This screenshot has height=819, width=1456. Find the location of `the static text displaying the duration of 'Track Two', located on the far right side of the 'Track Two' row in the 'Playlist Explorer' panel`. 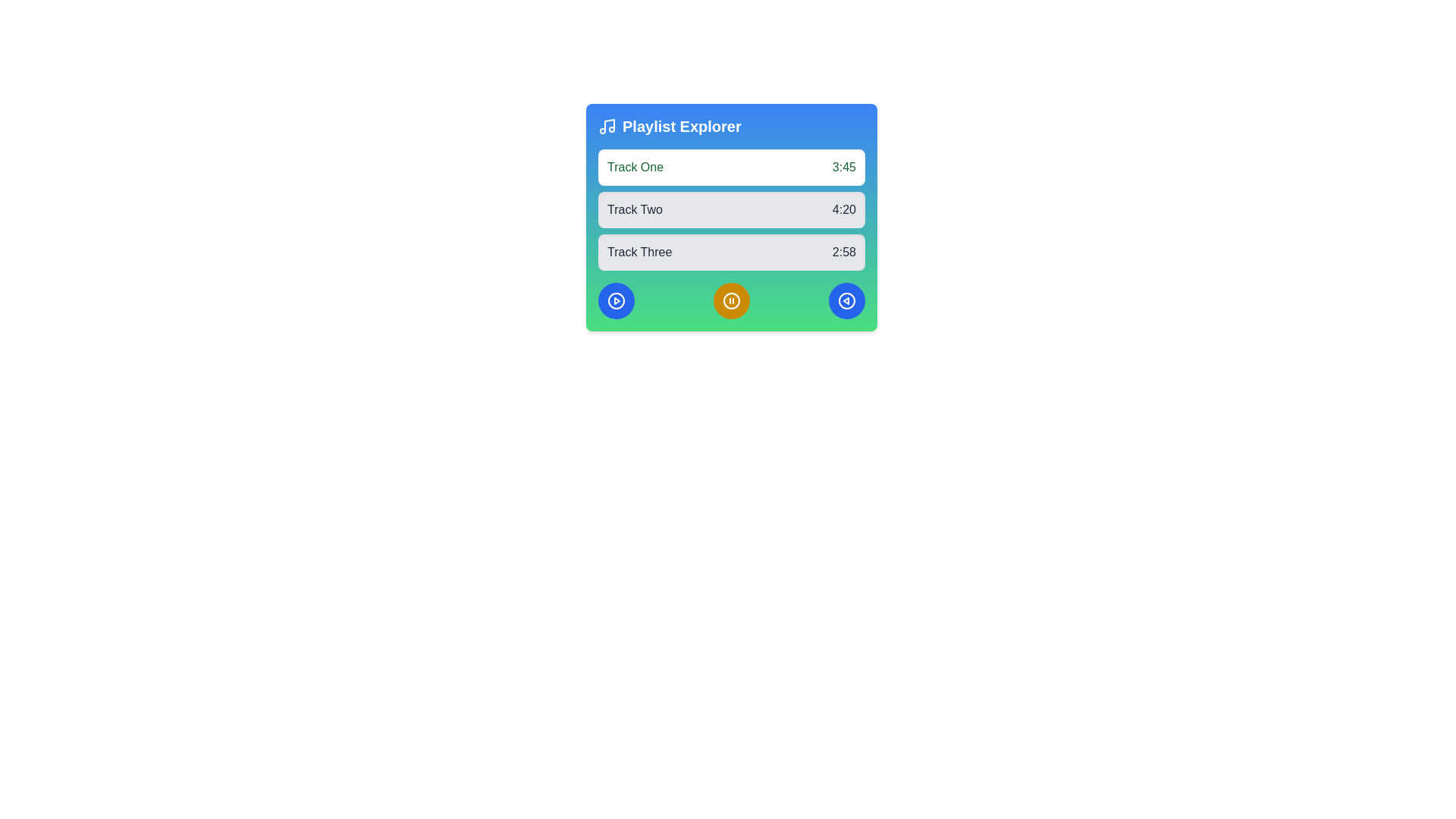

the static text displaying the duration of 'Track Two', located on the far right side of the 'Track Two' row in the 'Playlist Explorer' panel is located at coordinates (843, 210).